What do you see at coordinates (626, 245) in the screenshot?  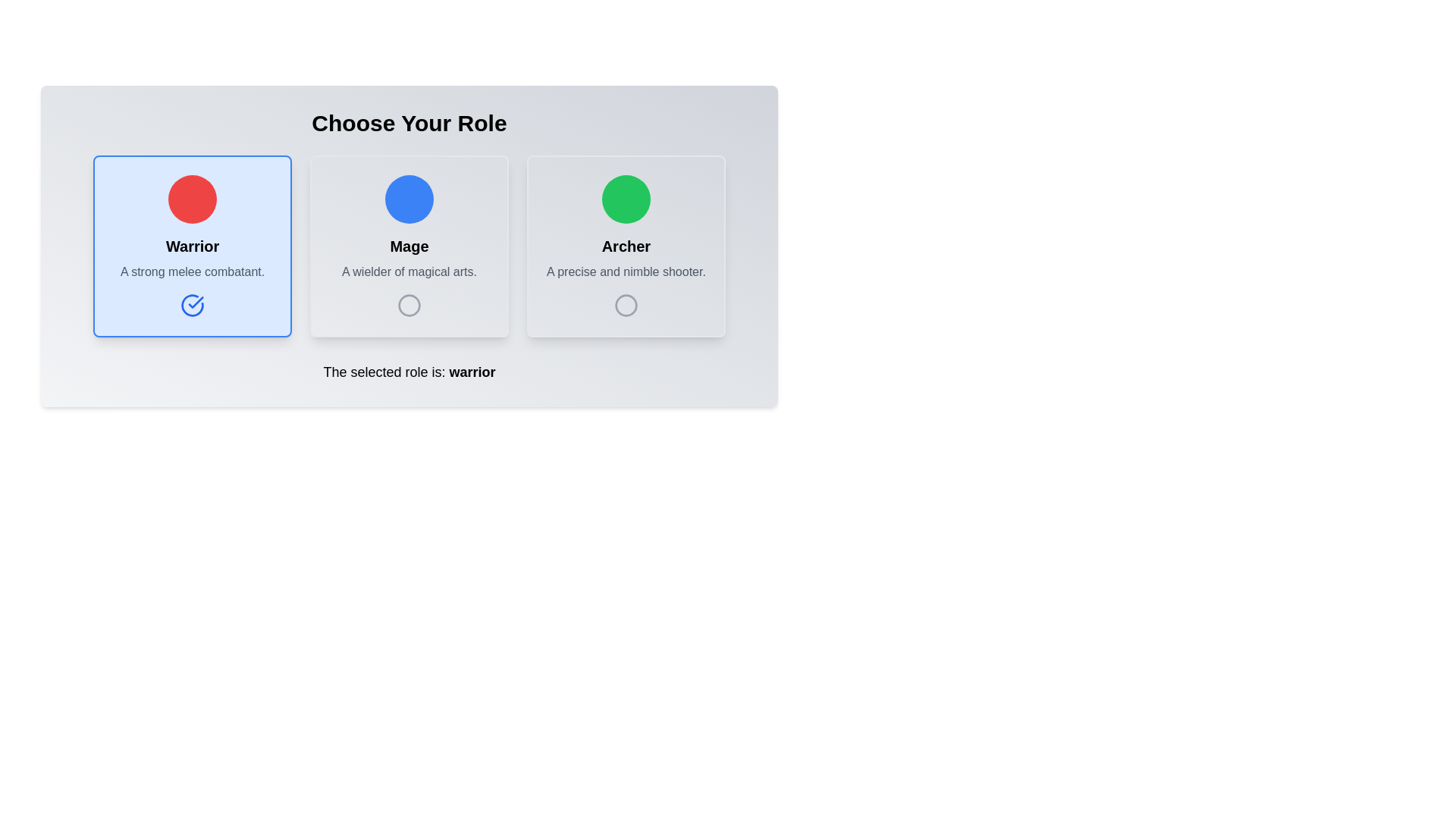 I see `the third card option for the 'Archer' role, which is distinguished by a green circle at the top, to trigger a visual effect` at bounding box center [626, 245].